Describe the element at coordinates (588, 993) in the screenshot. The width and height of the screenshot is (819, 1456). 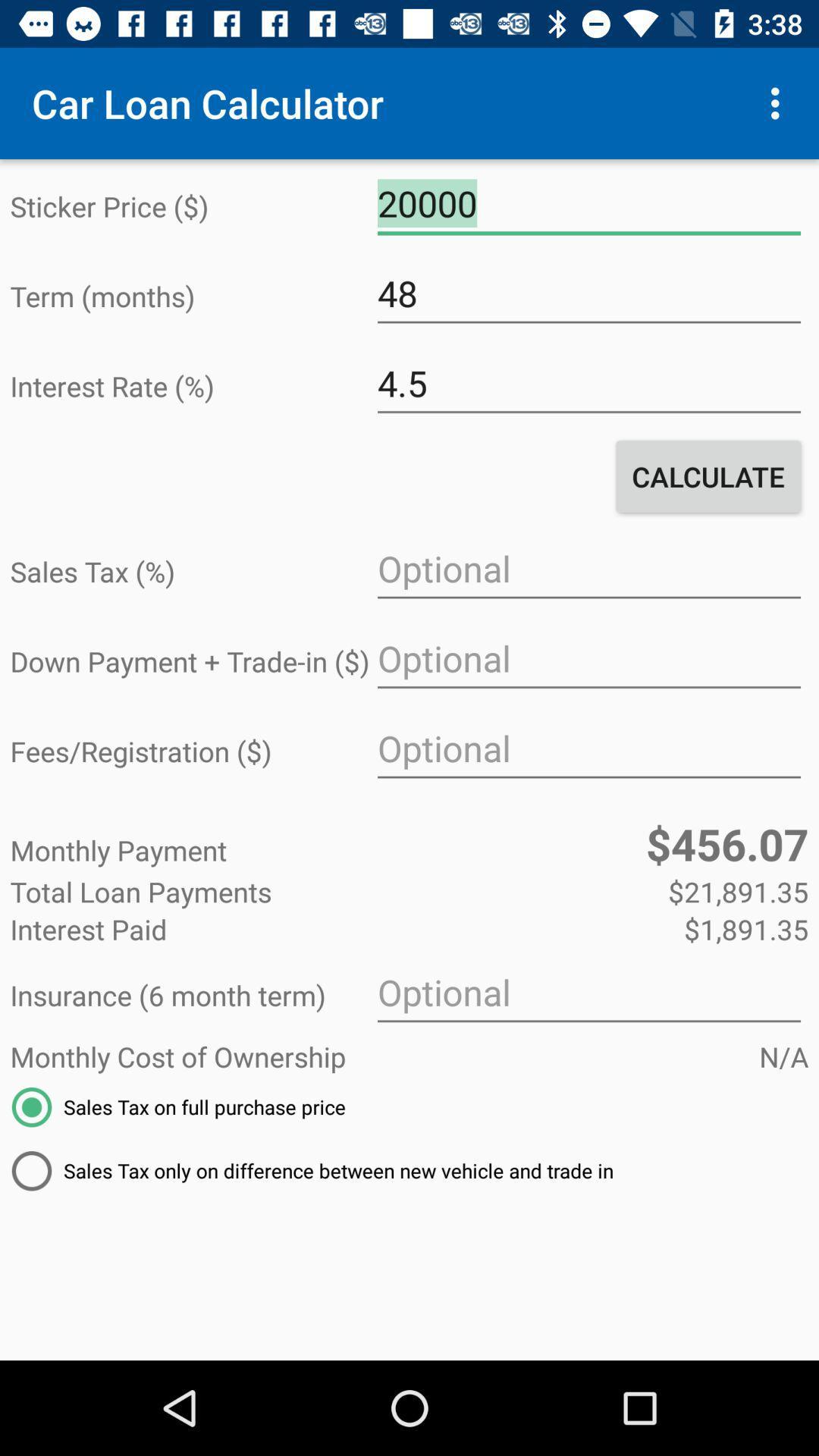
I see `icon above the monthly cost of` at that location.